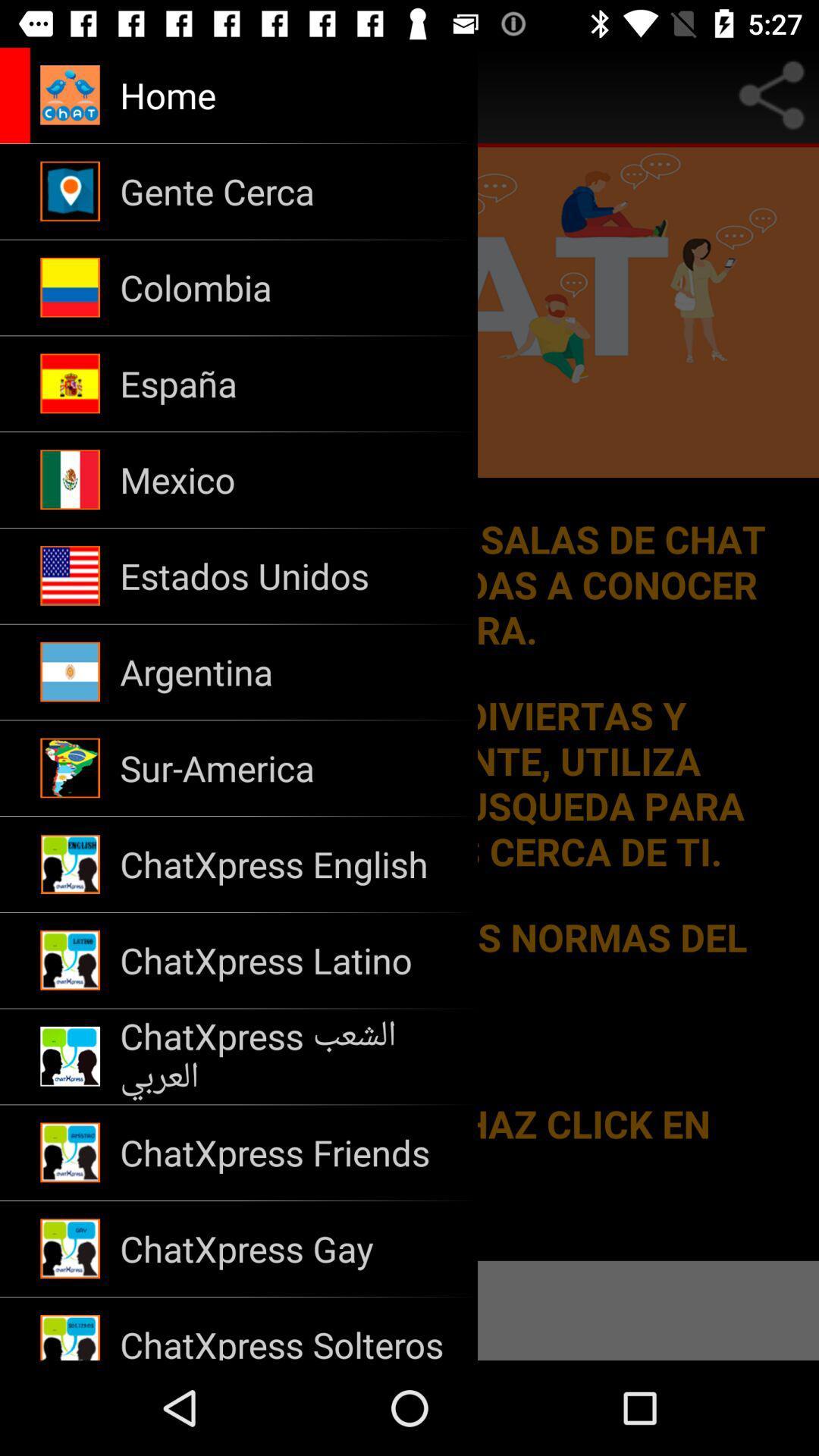  What do you see at coordinates (289, 287) in the screenshot?
I see `app below the gente cerca icon` at bounding box center [289, 287].